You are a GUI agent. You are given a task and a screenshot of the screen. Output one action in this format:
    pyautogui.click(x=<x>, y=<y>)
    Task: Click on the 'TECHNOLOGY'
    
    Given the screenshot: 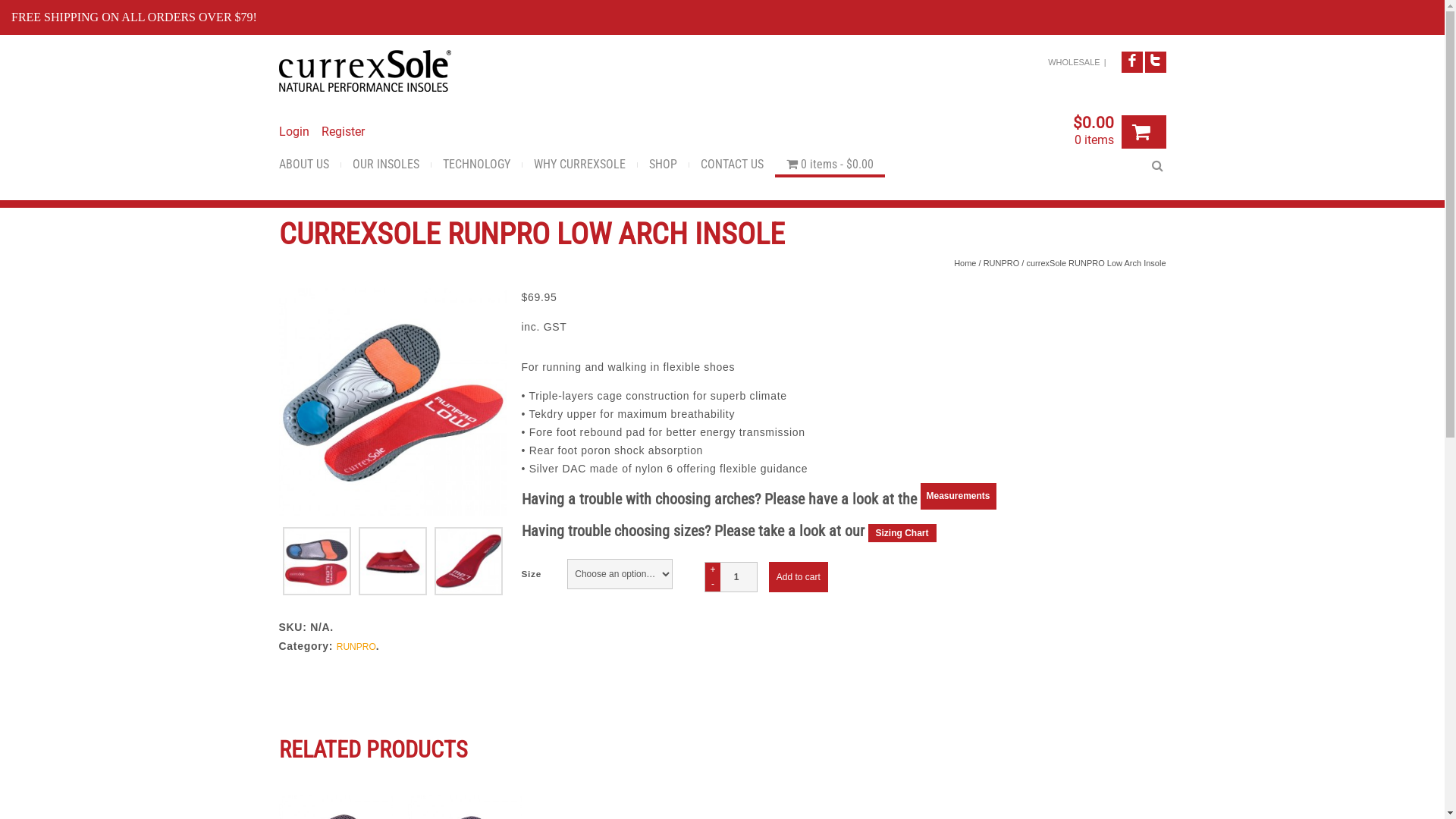 What is the action you would take?
    pyautogui.click(x=475, y=166)
    